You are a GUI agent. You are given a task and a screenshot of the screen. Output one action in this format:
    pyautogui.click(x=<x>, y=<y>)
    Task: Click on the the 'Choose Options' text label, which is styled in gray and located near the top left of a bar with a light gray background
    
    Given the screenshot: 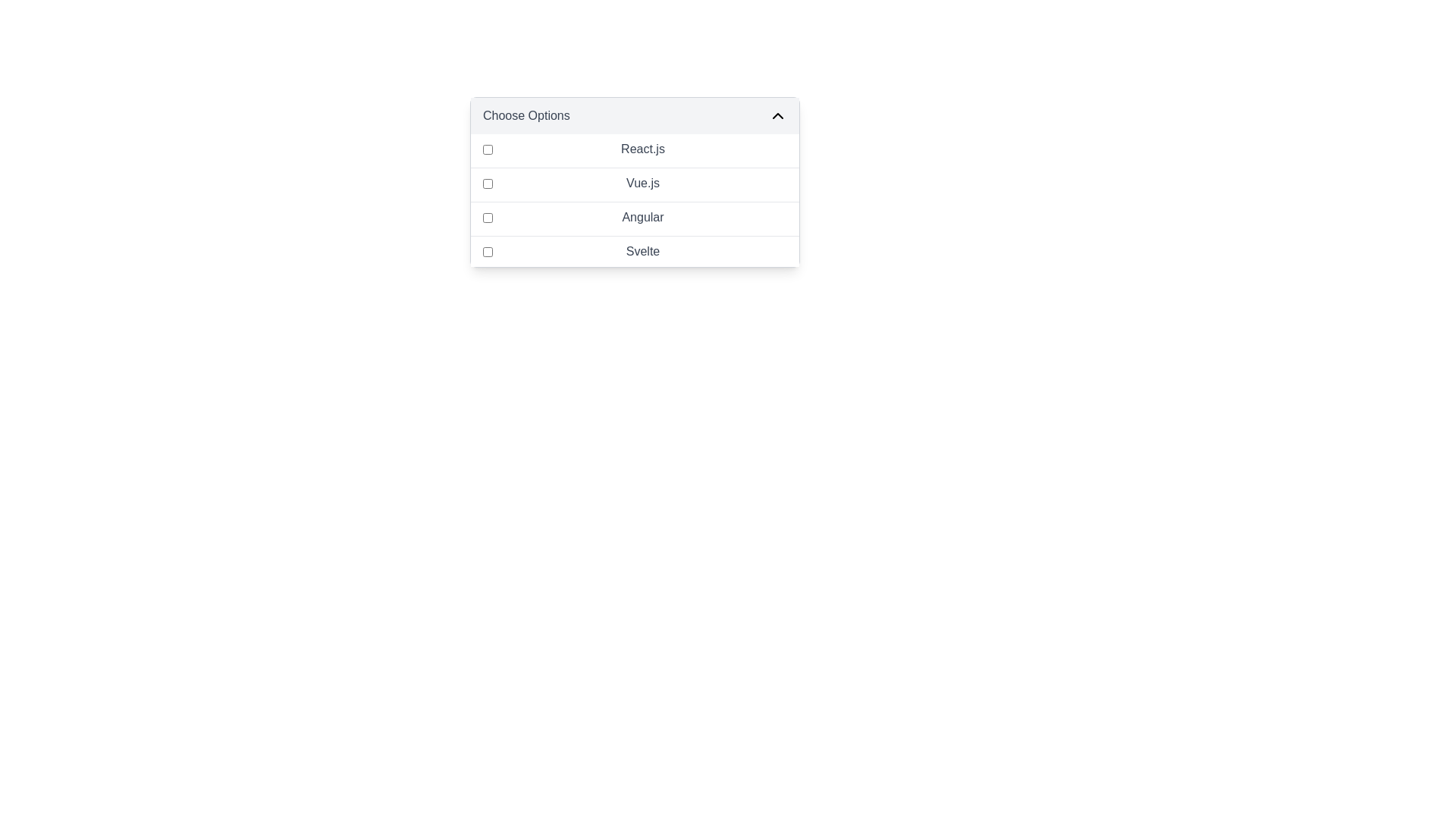 What is the action you would take?
    pyautogui.click(x=526, y=115)
    